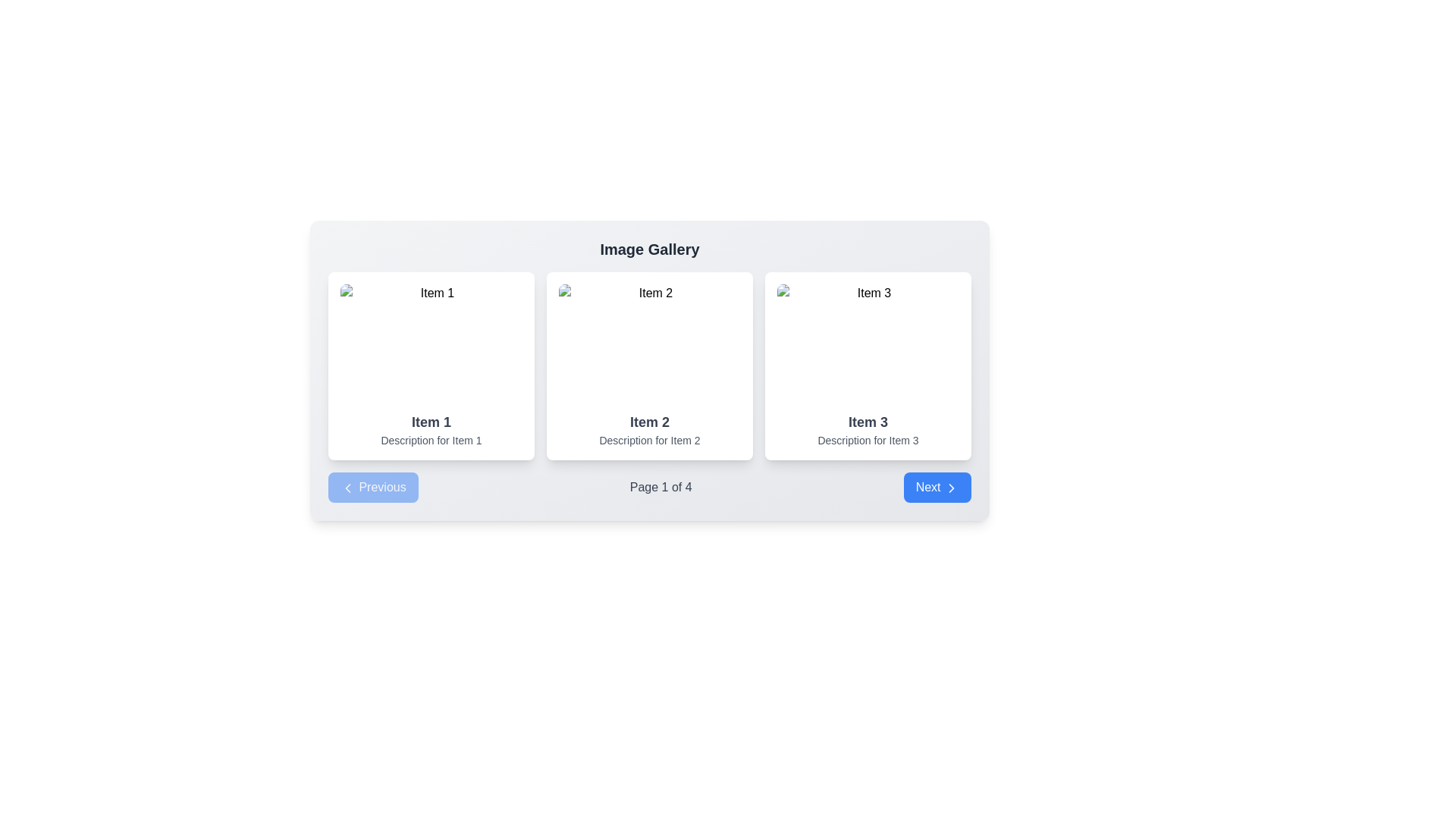 The image size is (1456, 819). Describe the element at coordinates (950, 488) in the screenshot. I see `the right-facing chevron arrow icon located on the blue 'Next' button` at that location.